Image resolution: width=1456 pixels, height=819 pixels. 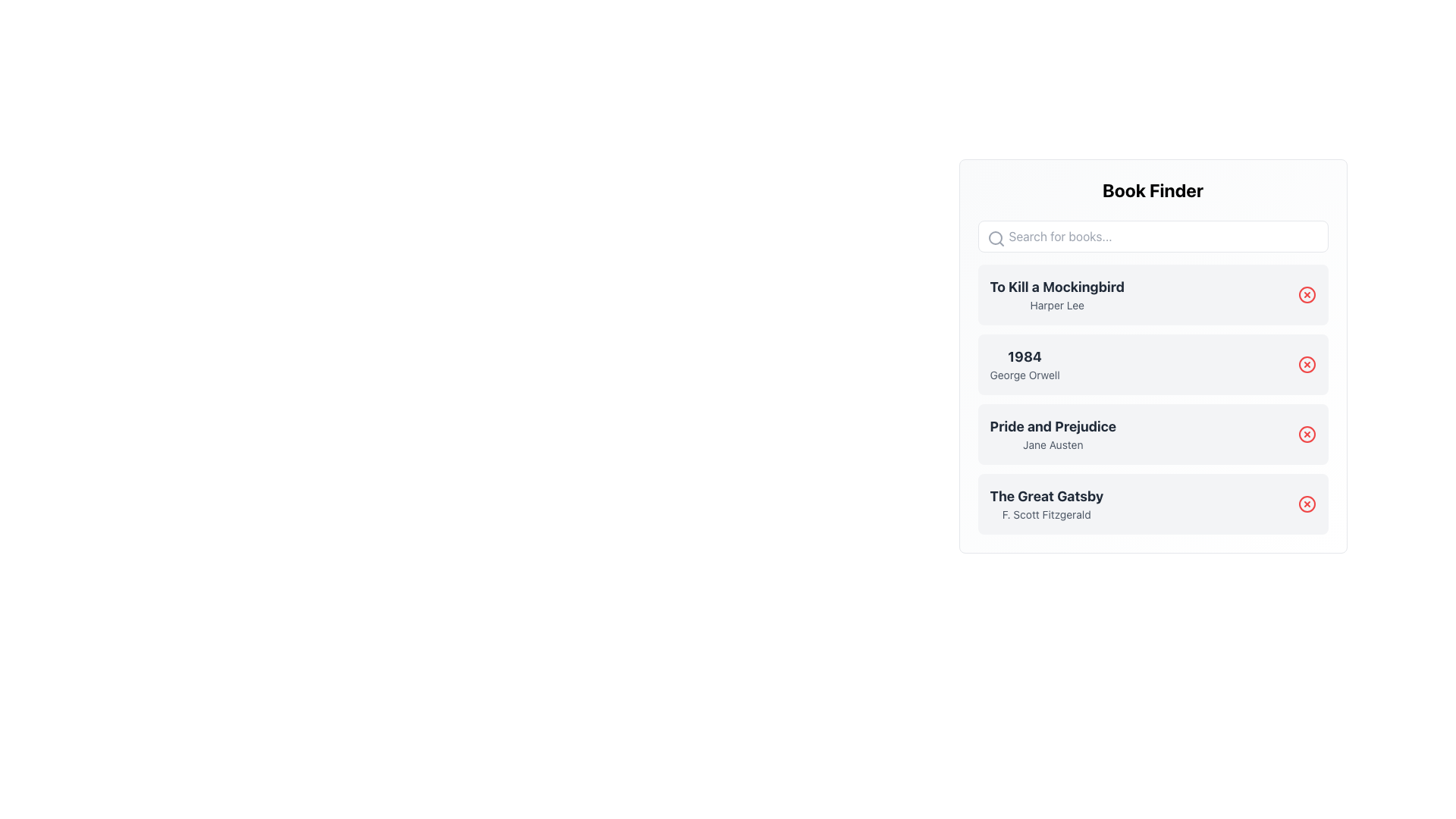 I want to click on the label displaying the author 'Jane Austen' which is positioned directly below the title 'Pride and Prejudice', so click(x=1052, y=444).